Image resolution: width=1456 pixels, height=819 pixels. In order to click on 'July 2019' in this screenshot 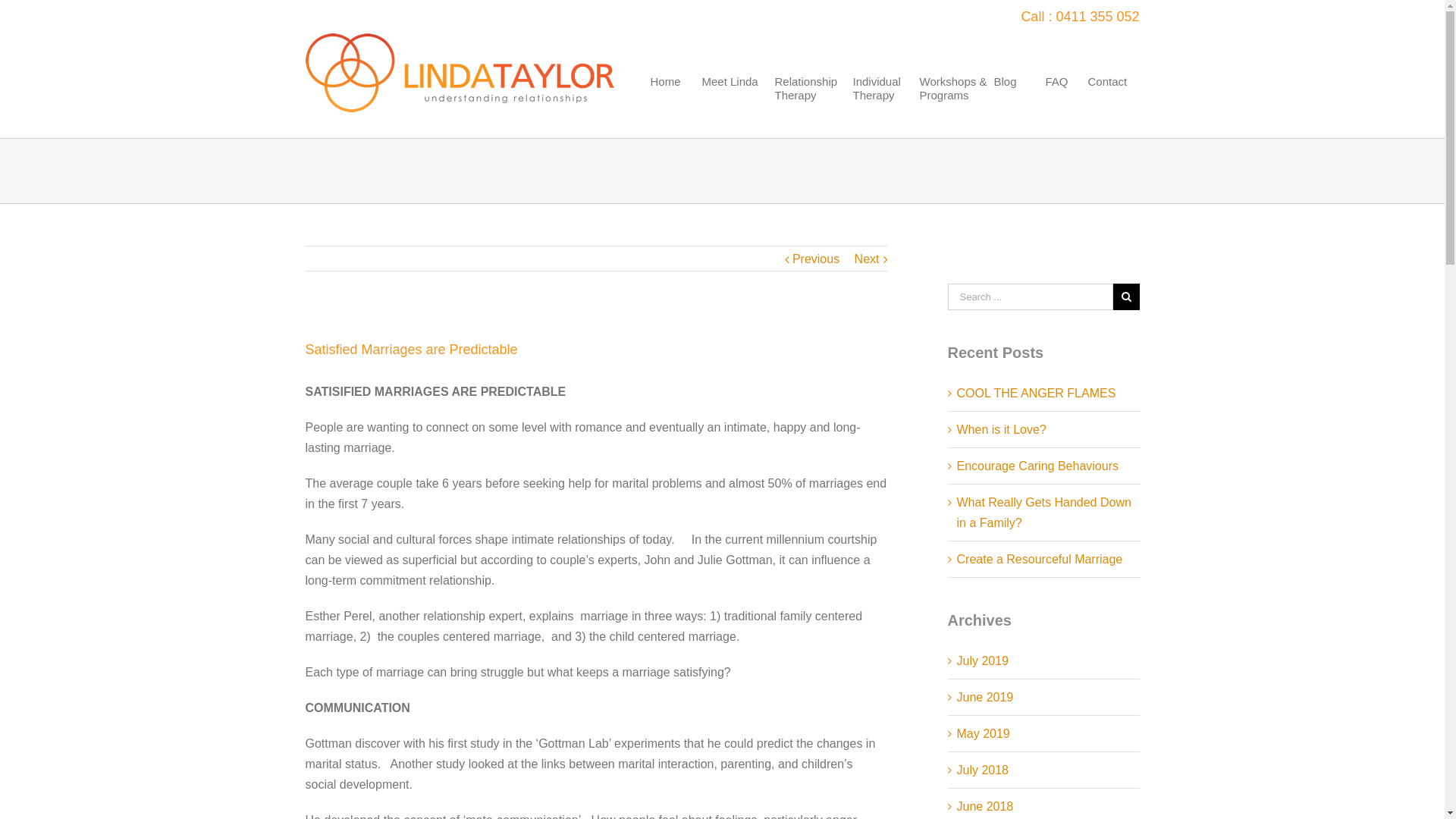, I will do `click(983, 660)`.